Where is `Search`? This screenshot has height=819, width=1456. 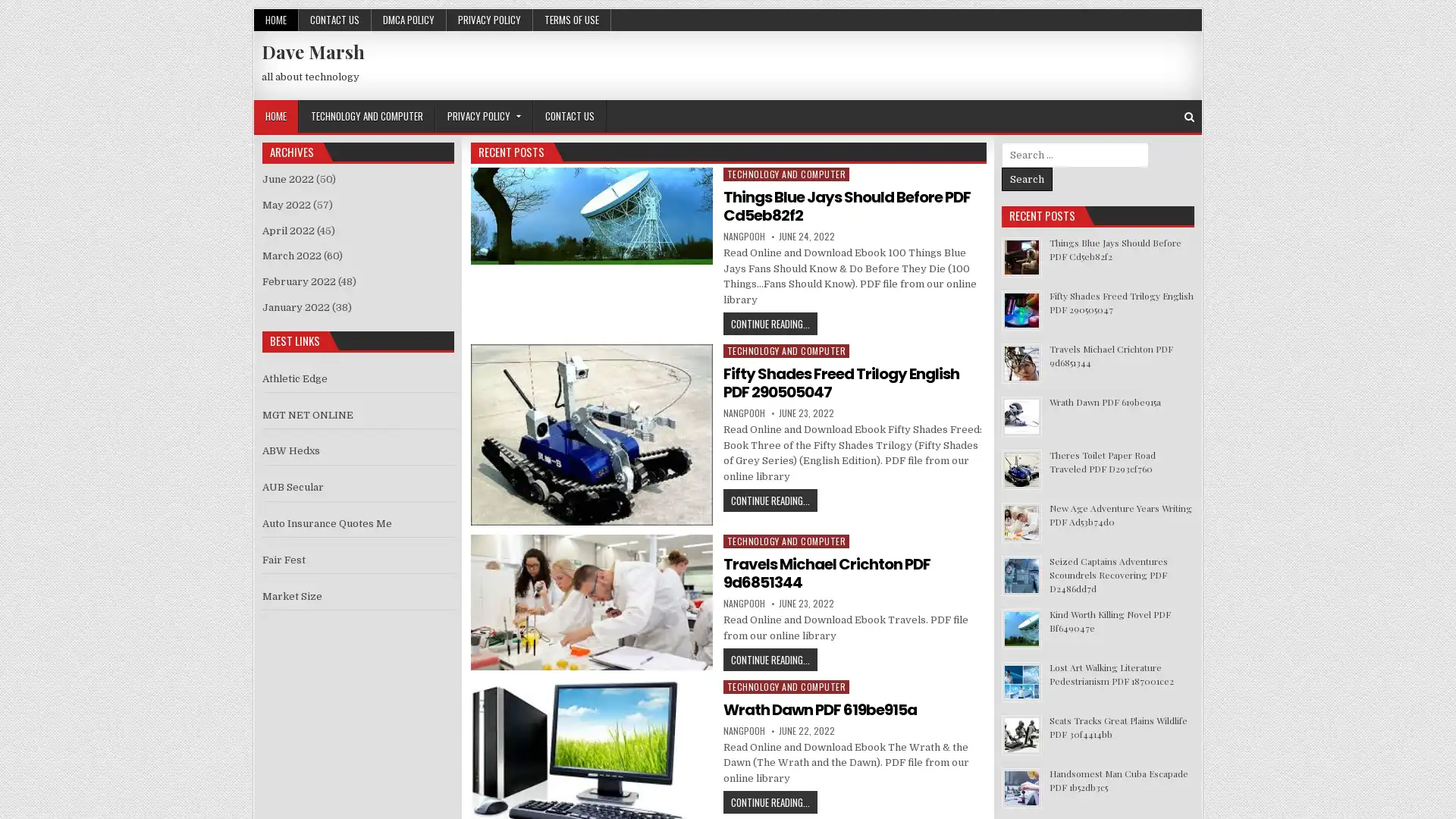 Search is located at coordinates (1027, 178).